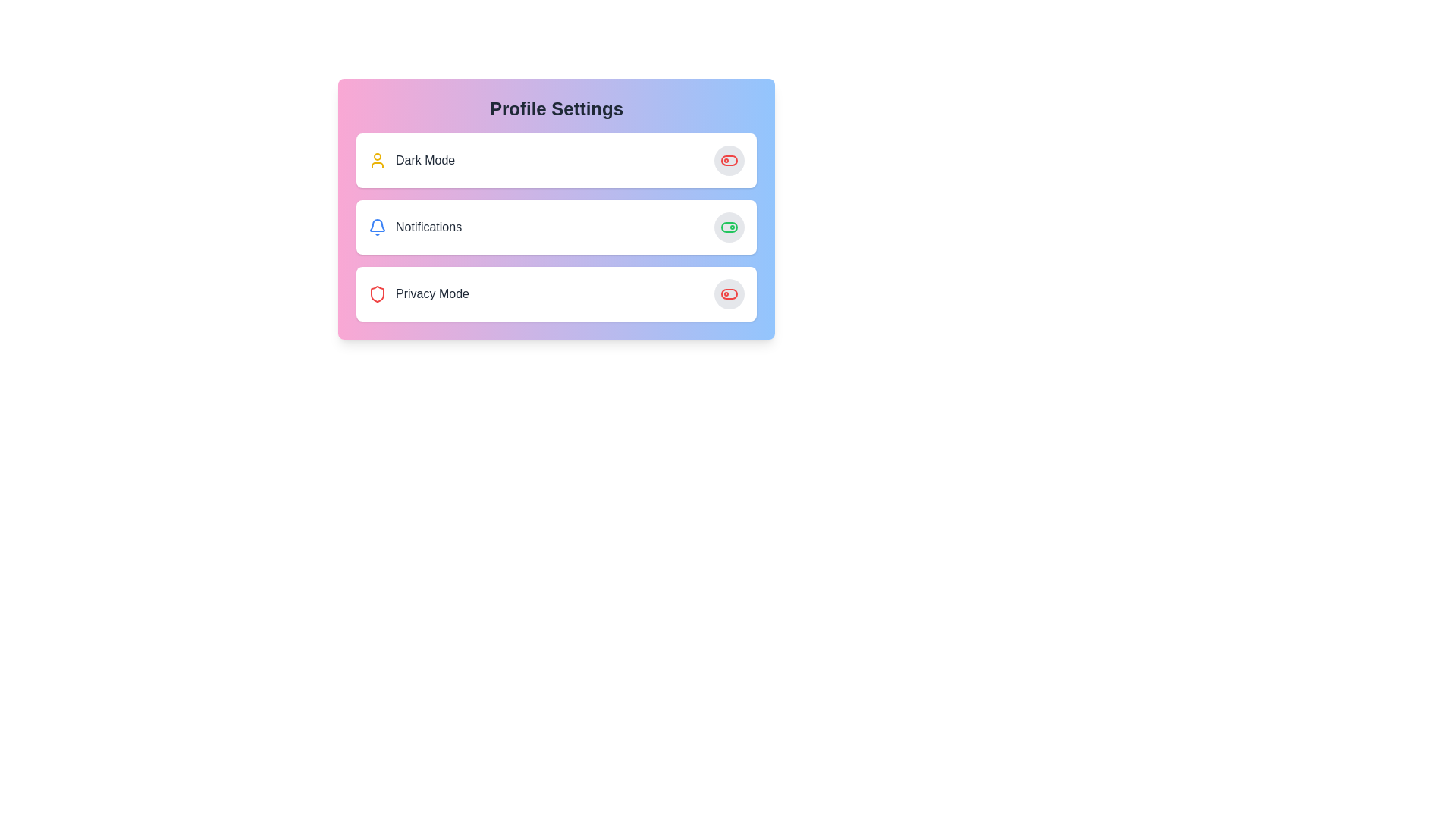  I want to click on the 'Privacy Mode' text label that is visually paired with a red shield icon, located in the third row of the 'Profile Settings' options, so click(419, 294).